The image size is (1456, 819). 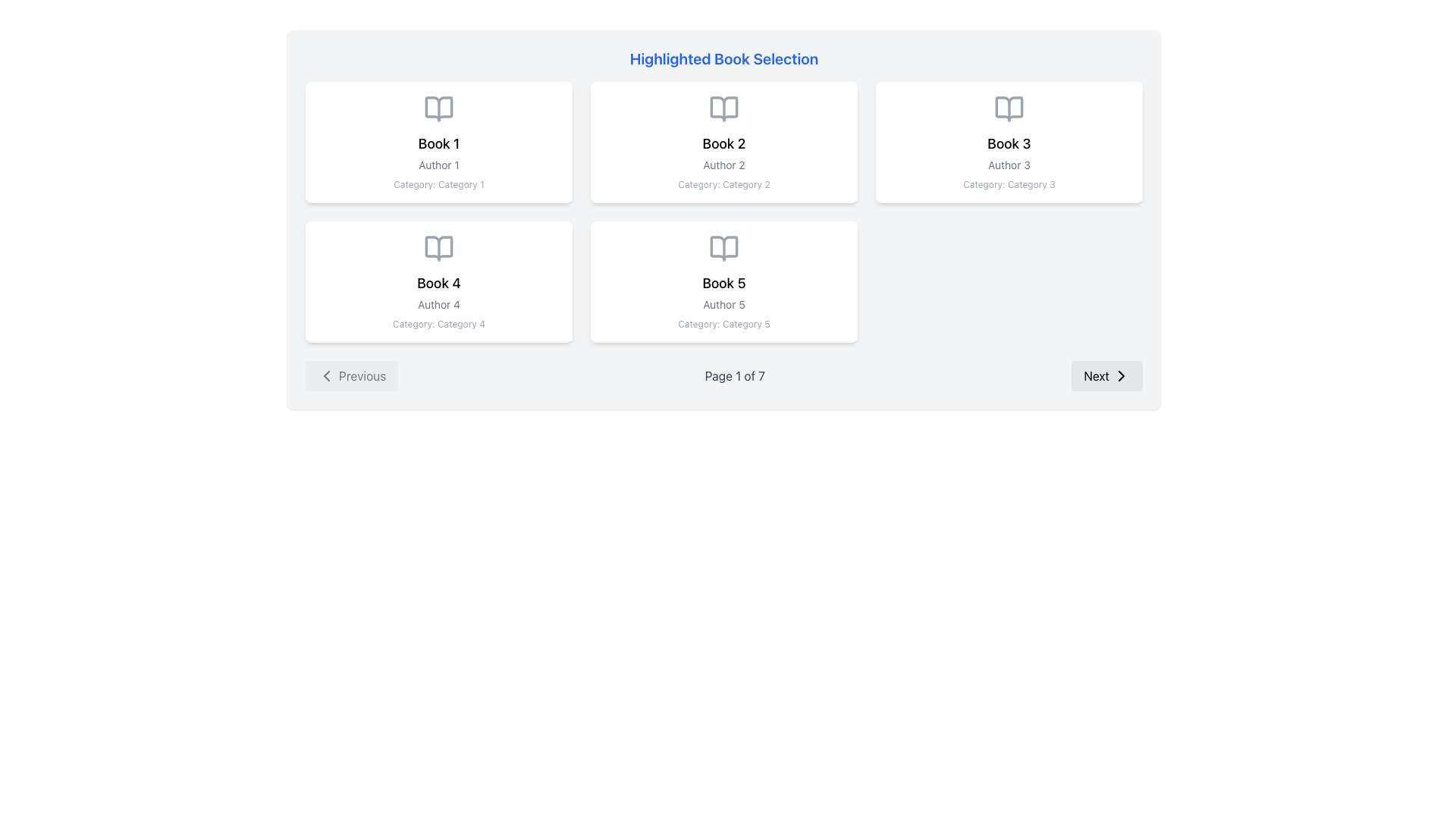 What do you see at coordinates (438, 108) in the screenshot?
I see `the book icon associated with the 'Book 1' card, located at the top left of the grid section` at bounding box center [438, 108].